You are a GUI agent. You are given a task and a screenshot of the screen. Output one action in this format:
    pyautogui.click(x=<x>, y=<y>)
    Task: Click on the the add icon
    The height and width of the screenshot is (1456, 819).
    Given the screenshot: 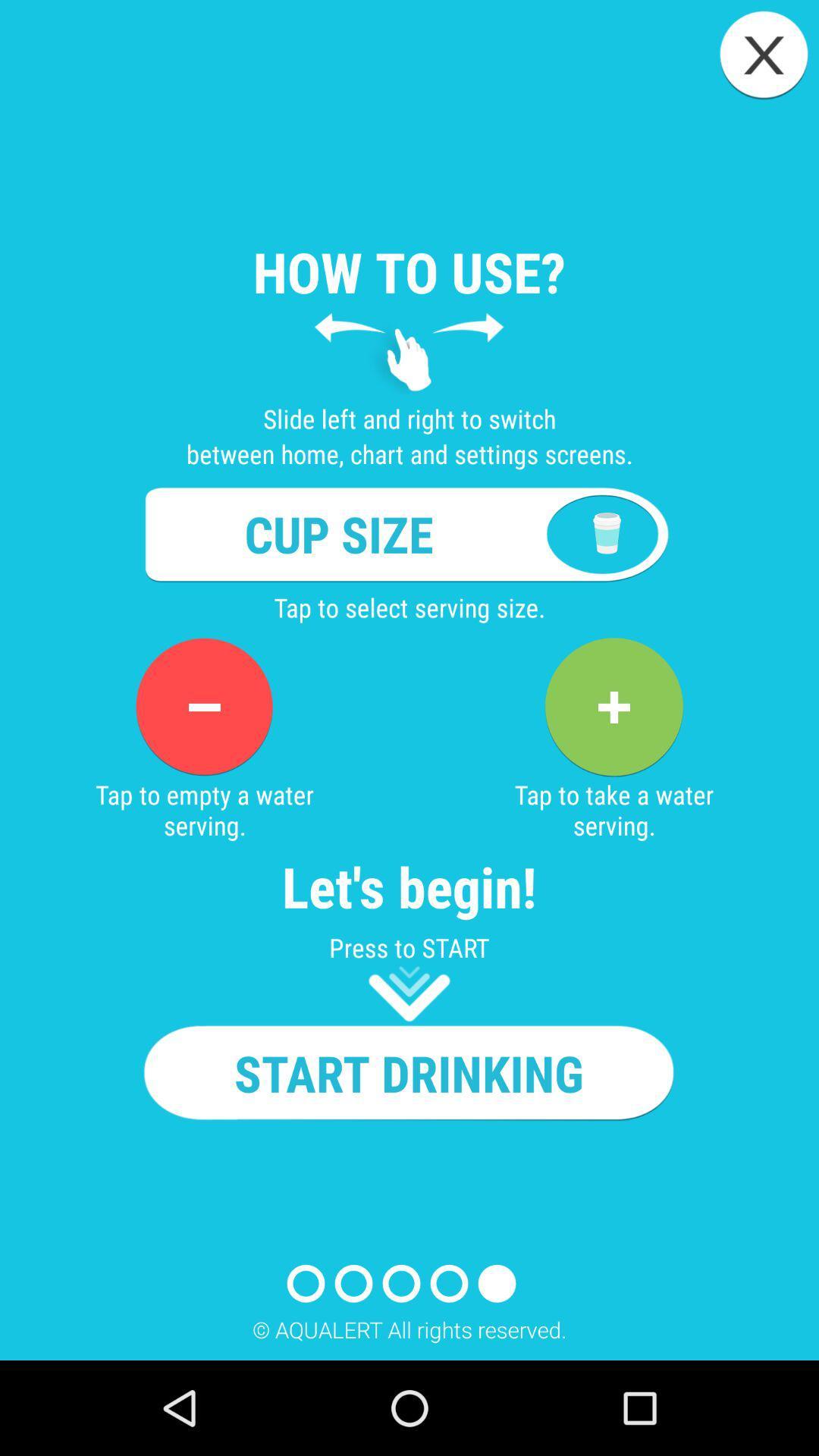 What is the action you would take?
    pyautogui.click(x=613, y=706)
    